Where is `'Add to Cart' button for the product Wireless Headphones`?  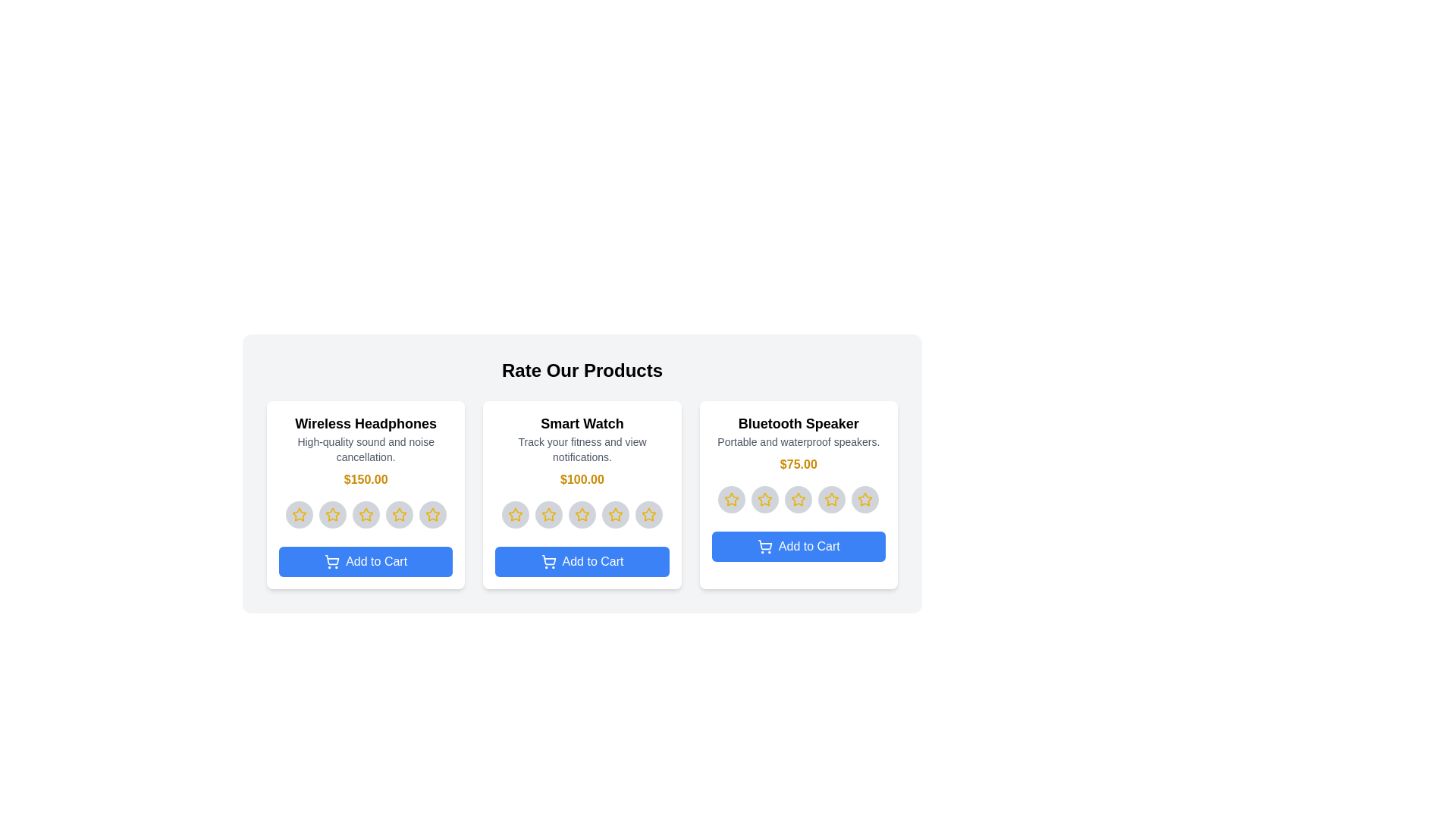
'Add to Cart' button for the product Wireless Headphones is located at coordinates (366, 561).